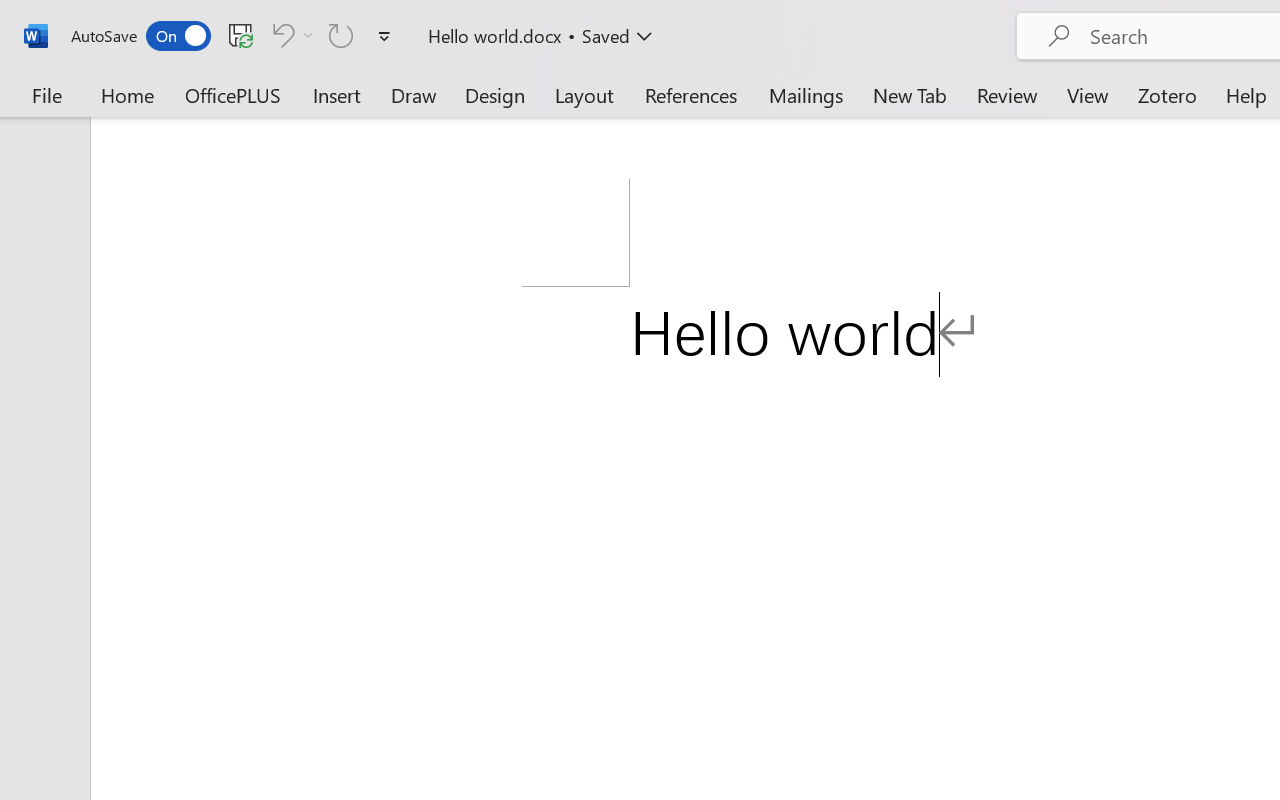 The image size is (1280, 800). What do you see at coordinates (806, 94) in the screenshot?
I see `'Mailings'` at bounding box center [806, 94].